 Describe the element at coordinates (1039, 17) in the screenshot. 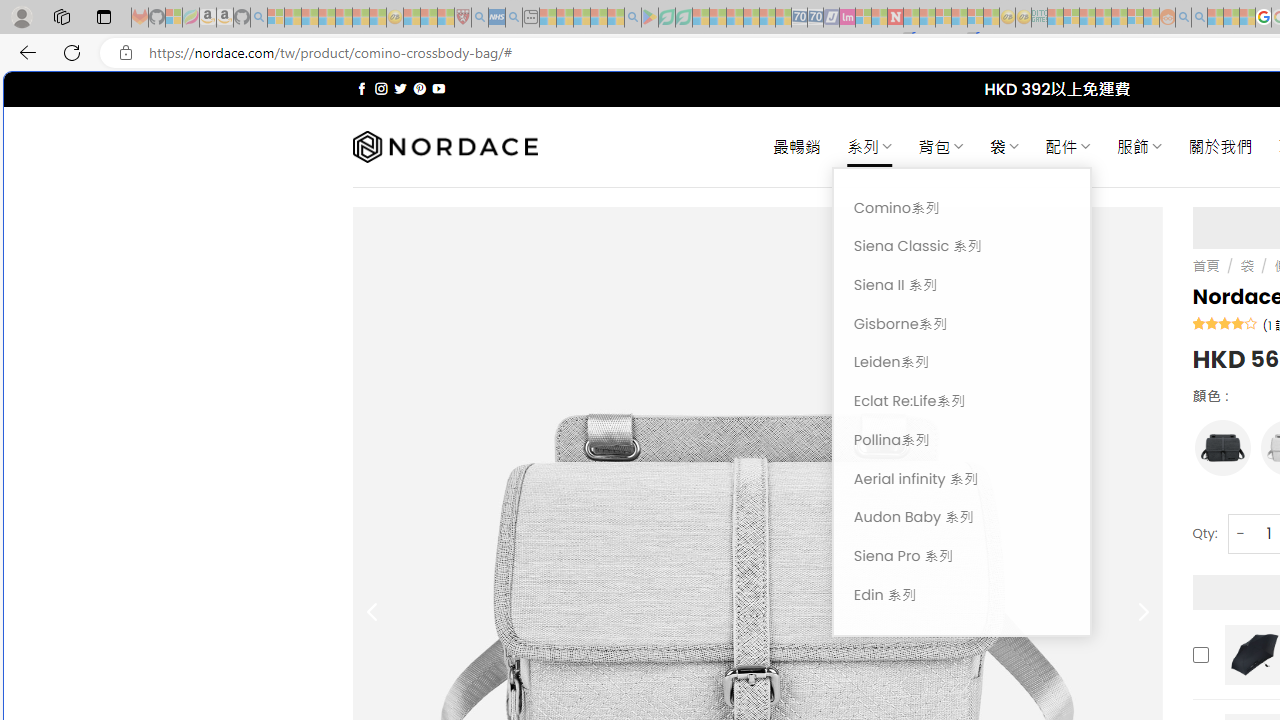

I see `'DITOGAMES AG Imprint - Sleeping'` at that location.